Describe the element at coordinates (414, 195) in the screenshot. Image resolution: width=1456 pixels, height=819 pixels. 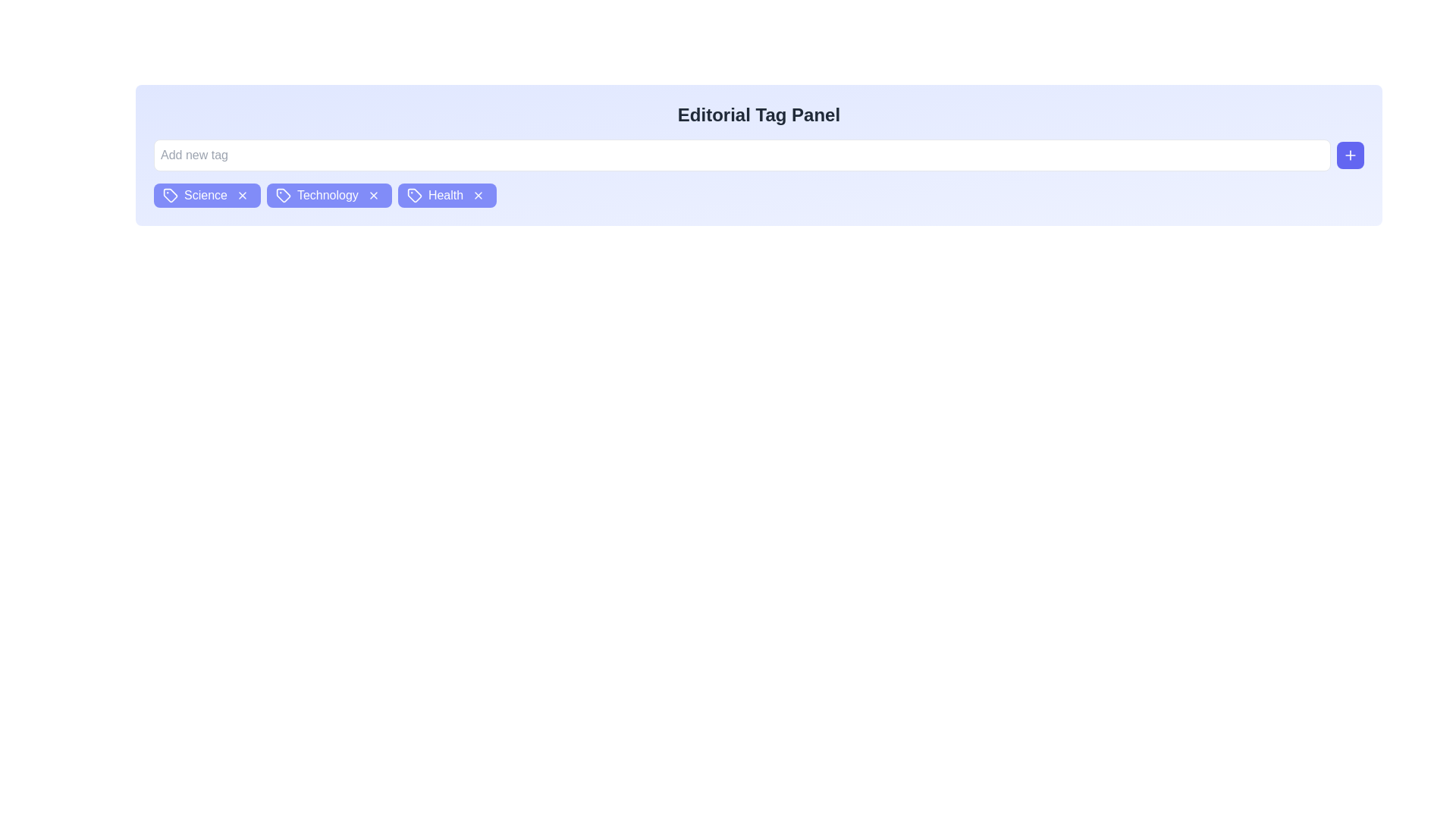
I see `the 'Health' tag icon, which is a graphical icon shaped like a tag, outlined thinly, located to the left of the text 'Health'` at that location.